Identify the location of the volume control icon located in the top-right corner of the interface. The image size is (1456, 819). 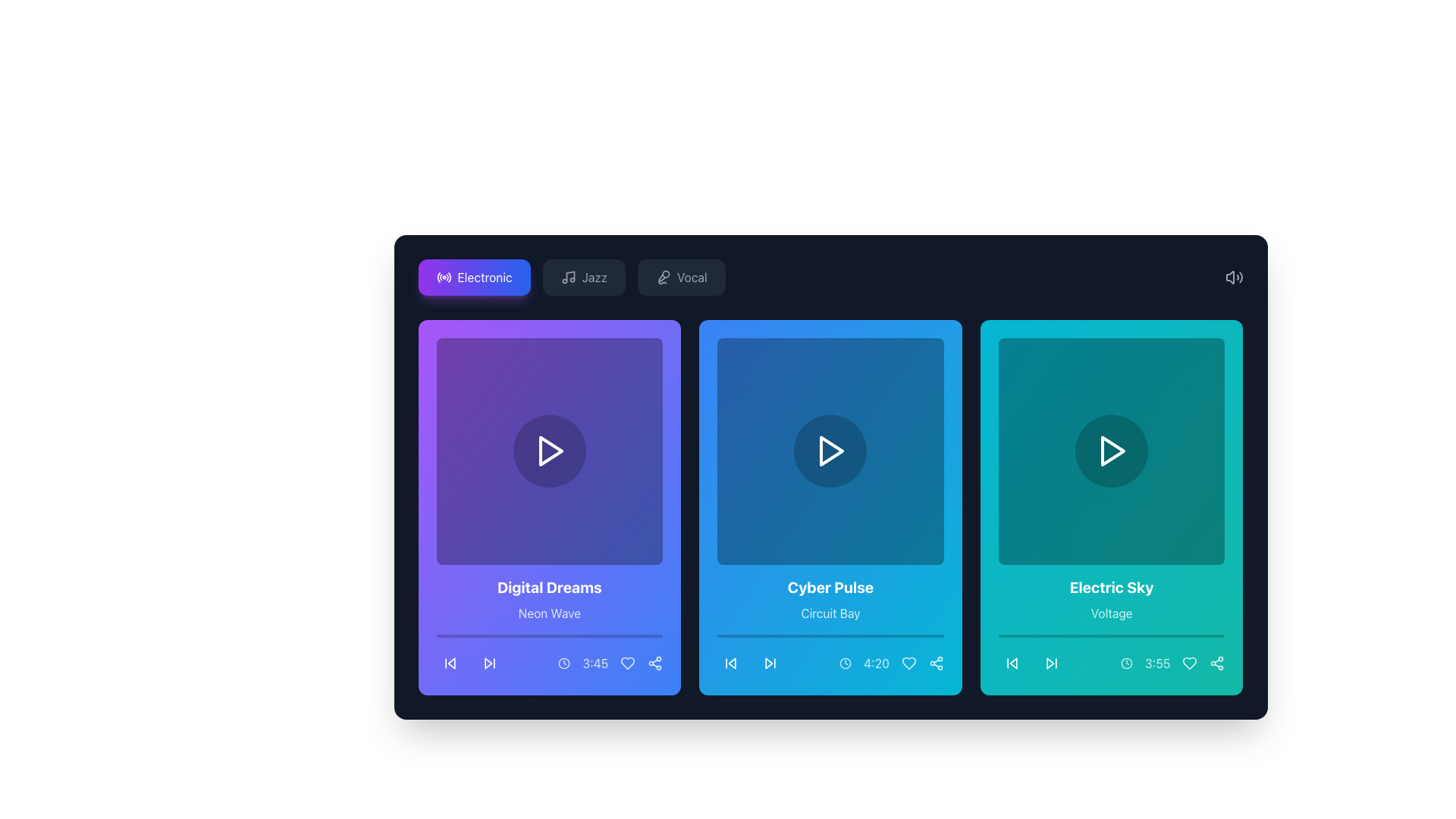
(1234, 278).